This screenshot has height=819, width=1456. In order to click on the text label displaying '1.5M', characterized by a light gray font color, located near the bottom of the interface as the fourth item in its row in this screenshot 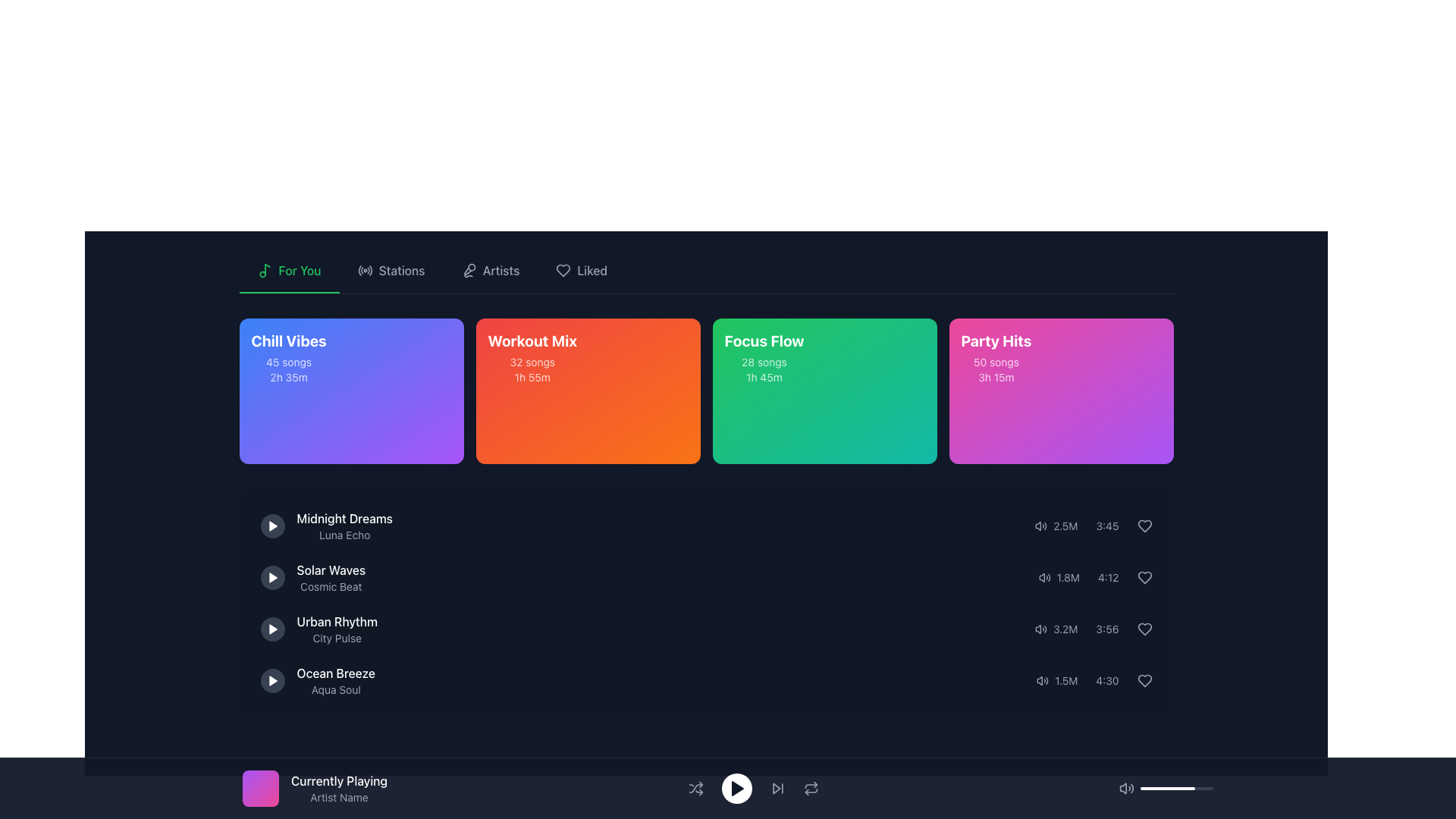, I will do `click(1065, 680)`.